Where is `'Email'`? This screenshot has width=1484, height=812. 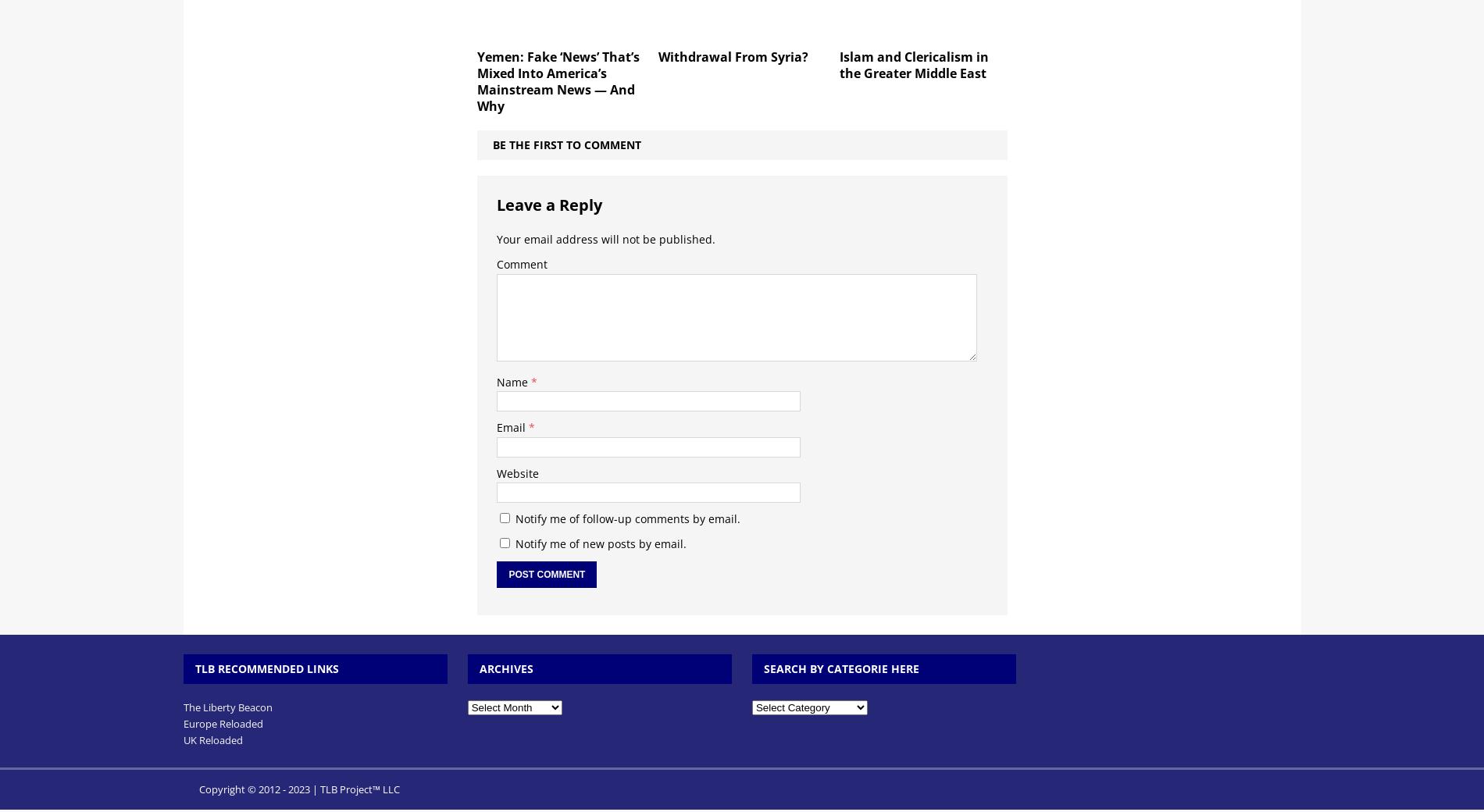
'Email' is located at coordinates (512, 426).